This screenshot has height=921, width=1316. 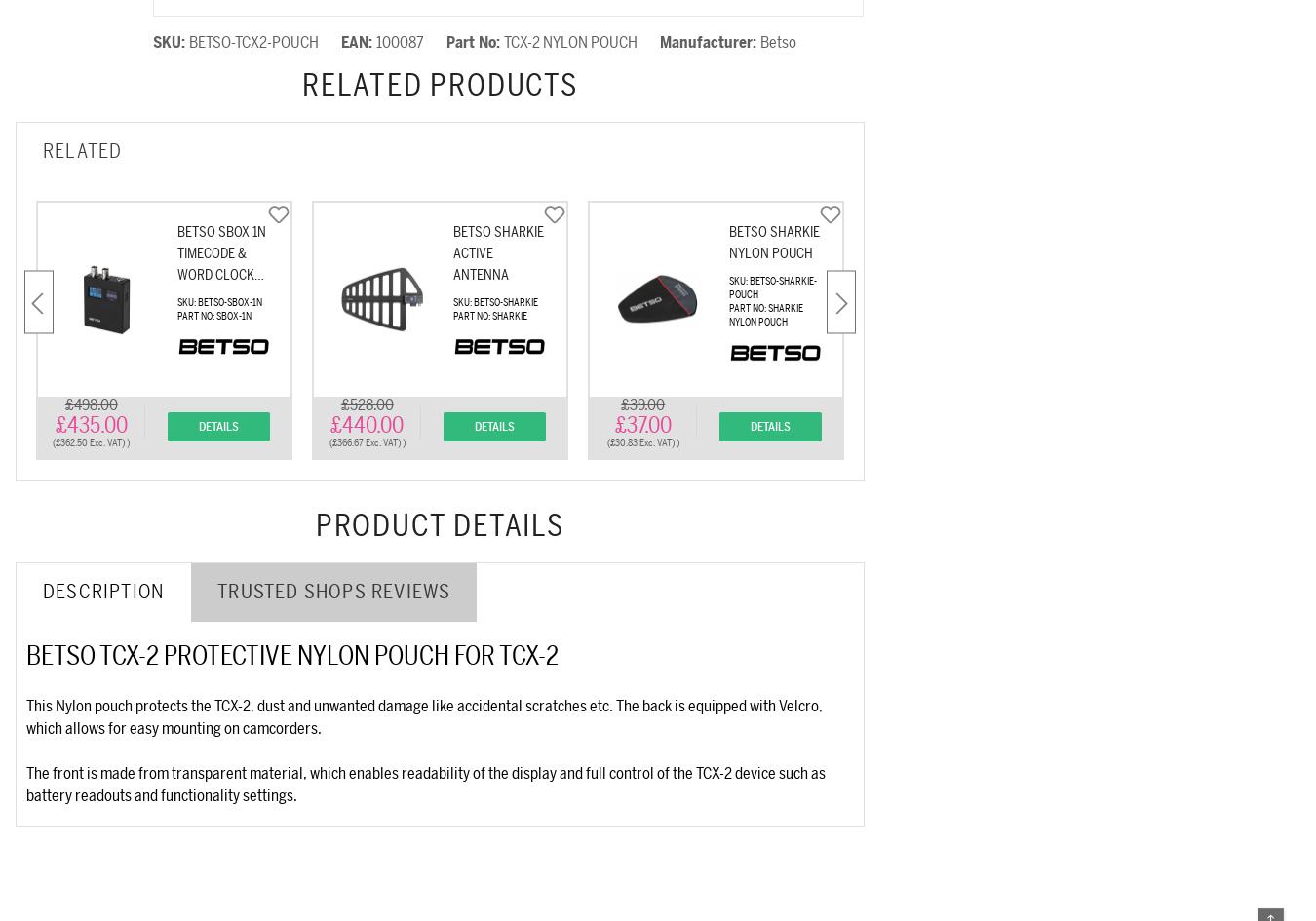 What do you see at coordinates (63, 404) in the screenshot?
I see `'£498.00'` at bounding box center [63, 404].